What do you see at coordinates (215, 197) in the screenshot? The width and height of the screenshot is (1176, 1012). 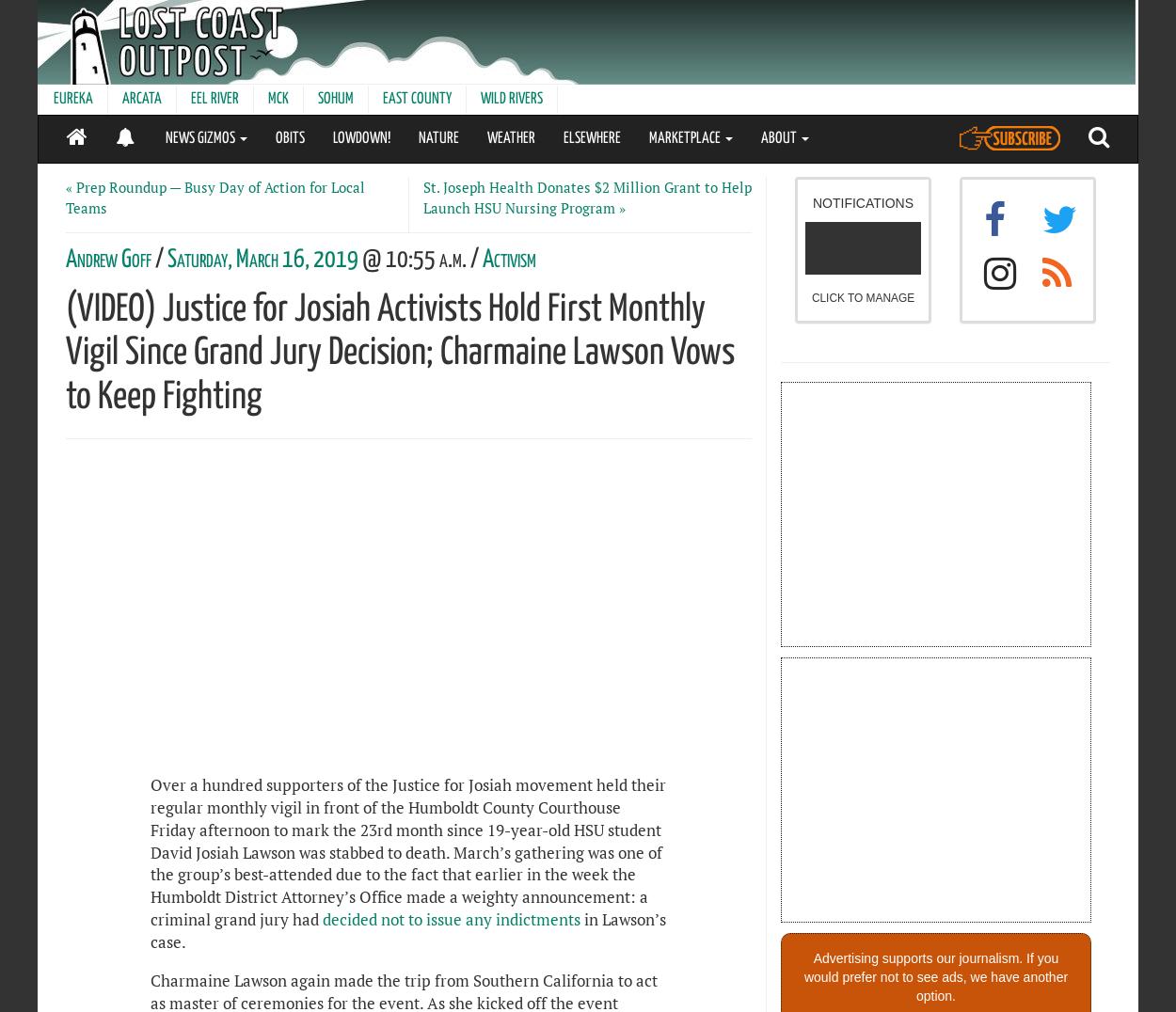 I see `'« Prep Roundup — Busy Day of Action for Local Teams'` at bounding box center [215, 197].